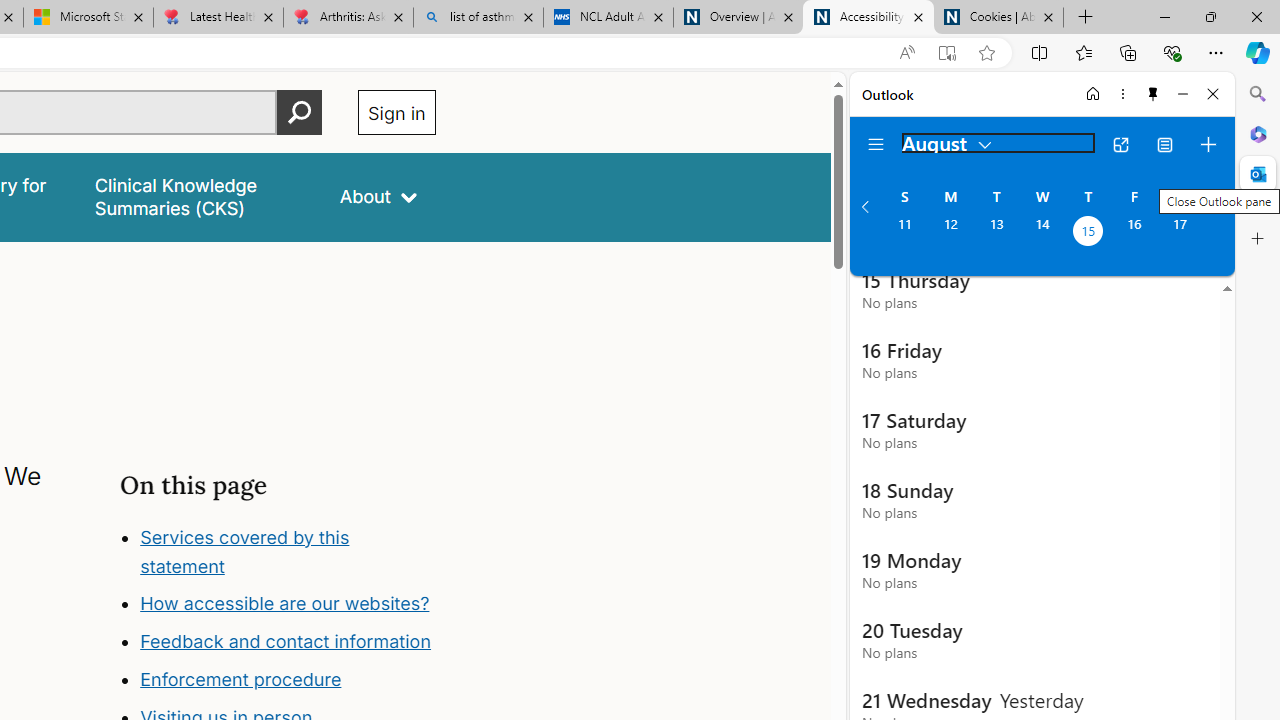 Image resolution: width=1280 pixels, height=720 pixels. Describe the element at coordinates (1180, 232) in the screenshot. I see `'Saturday, August 17, 2024. '` at that location.